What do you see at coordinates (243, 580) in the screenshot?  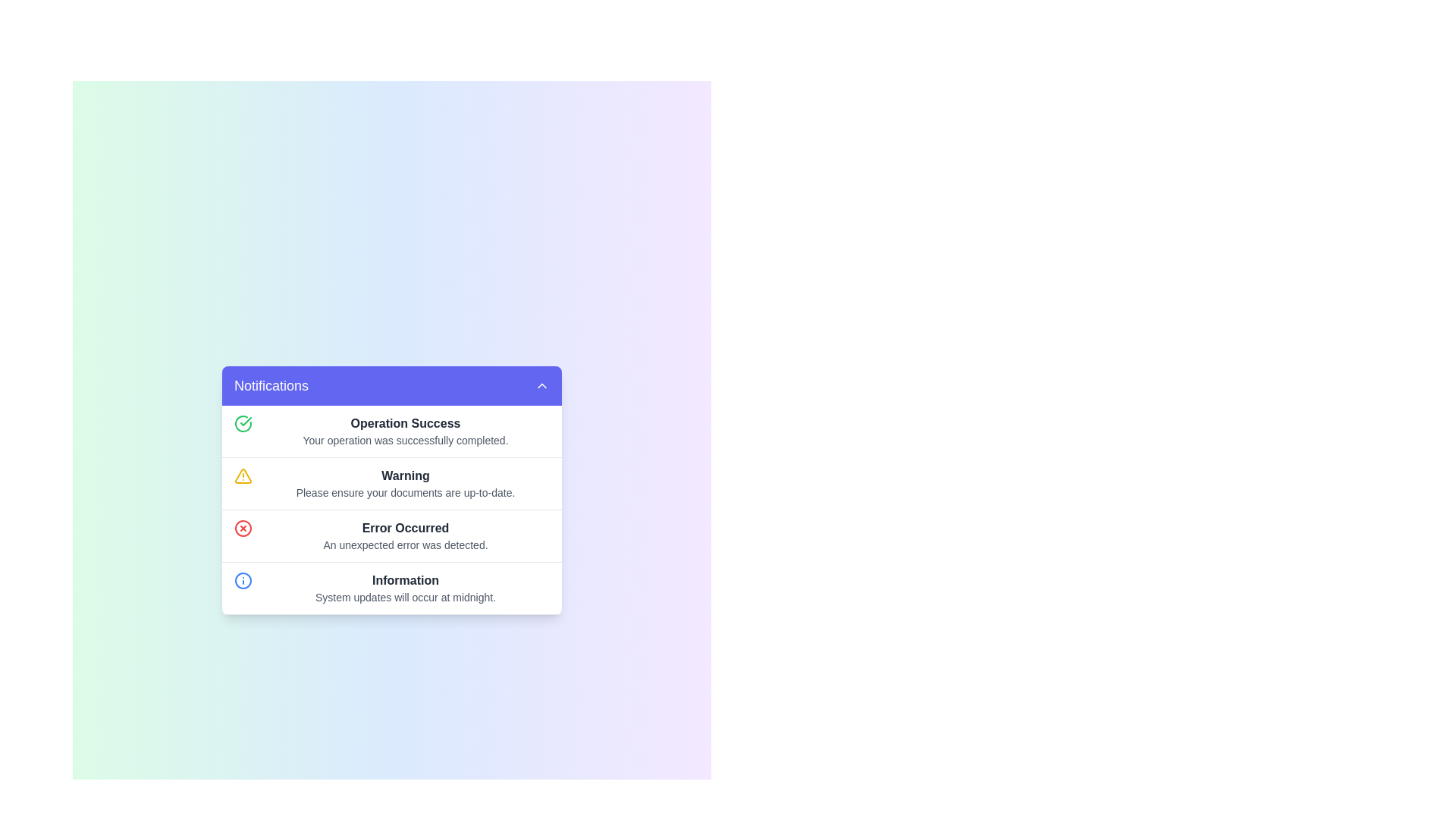 I see `the icon representing system updates located to the left of the text 'Information System updates will occur at midnight.' in the last notification entry in the 'Notifications' panel` at bounding box center [243, 580].